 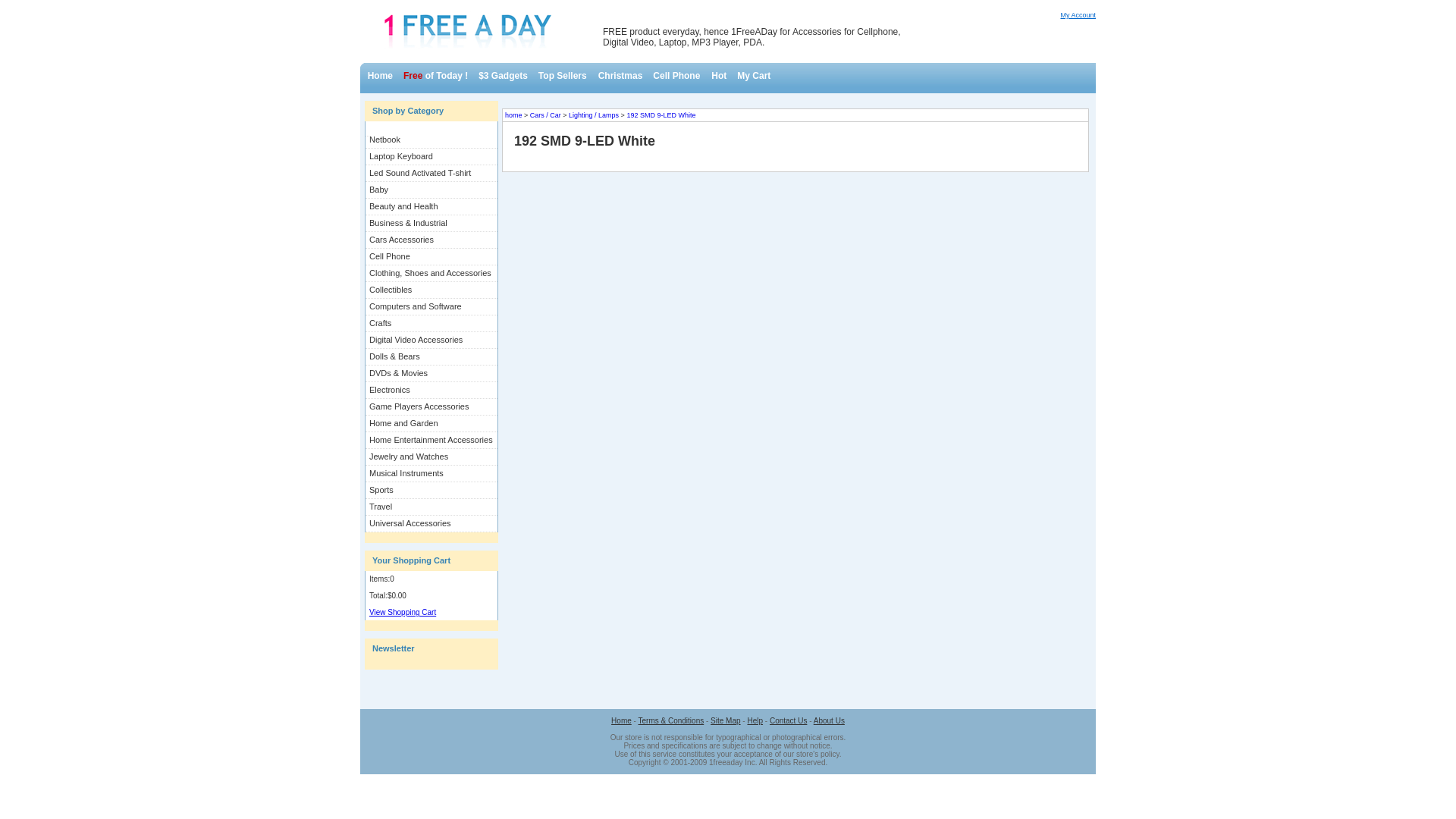 I want to click on 'Dolls & Bears', so click(x=432, y=356).